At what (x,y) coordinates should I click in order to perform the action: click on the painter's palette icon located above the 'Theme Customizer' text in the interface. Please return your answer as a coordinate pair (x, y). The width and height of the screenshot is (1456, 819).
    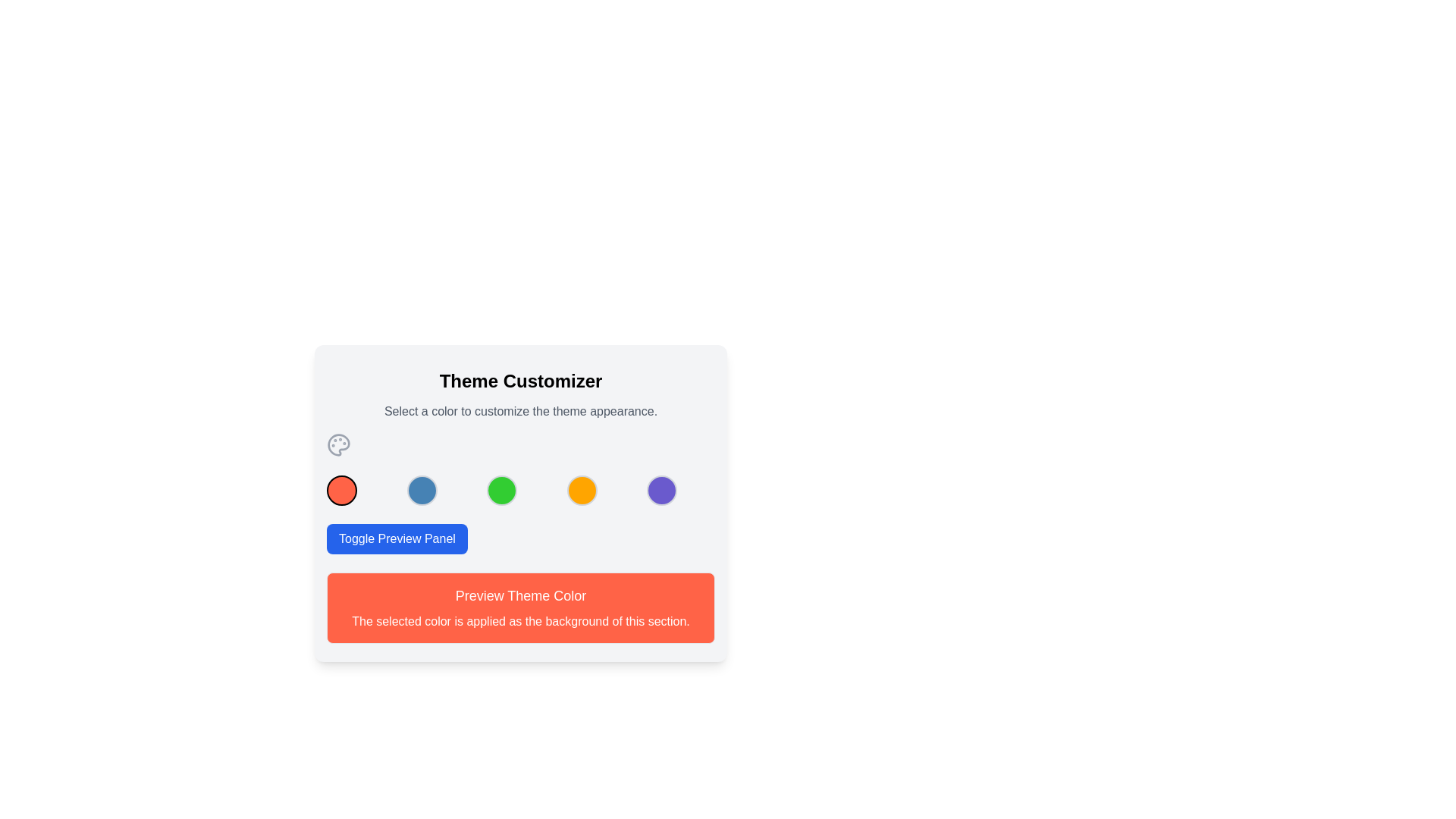
    Looking at the image, I should click on (337, 444).